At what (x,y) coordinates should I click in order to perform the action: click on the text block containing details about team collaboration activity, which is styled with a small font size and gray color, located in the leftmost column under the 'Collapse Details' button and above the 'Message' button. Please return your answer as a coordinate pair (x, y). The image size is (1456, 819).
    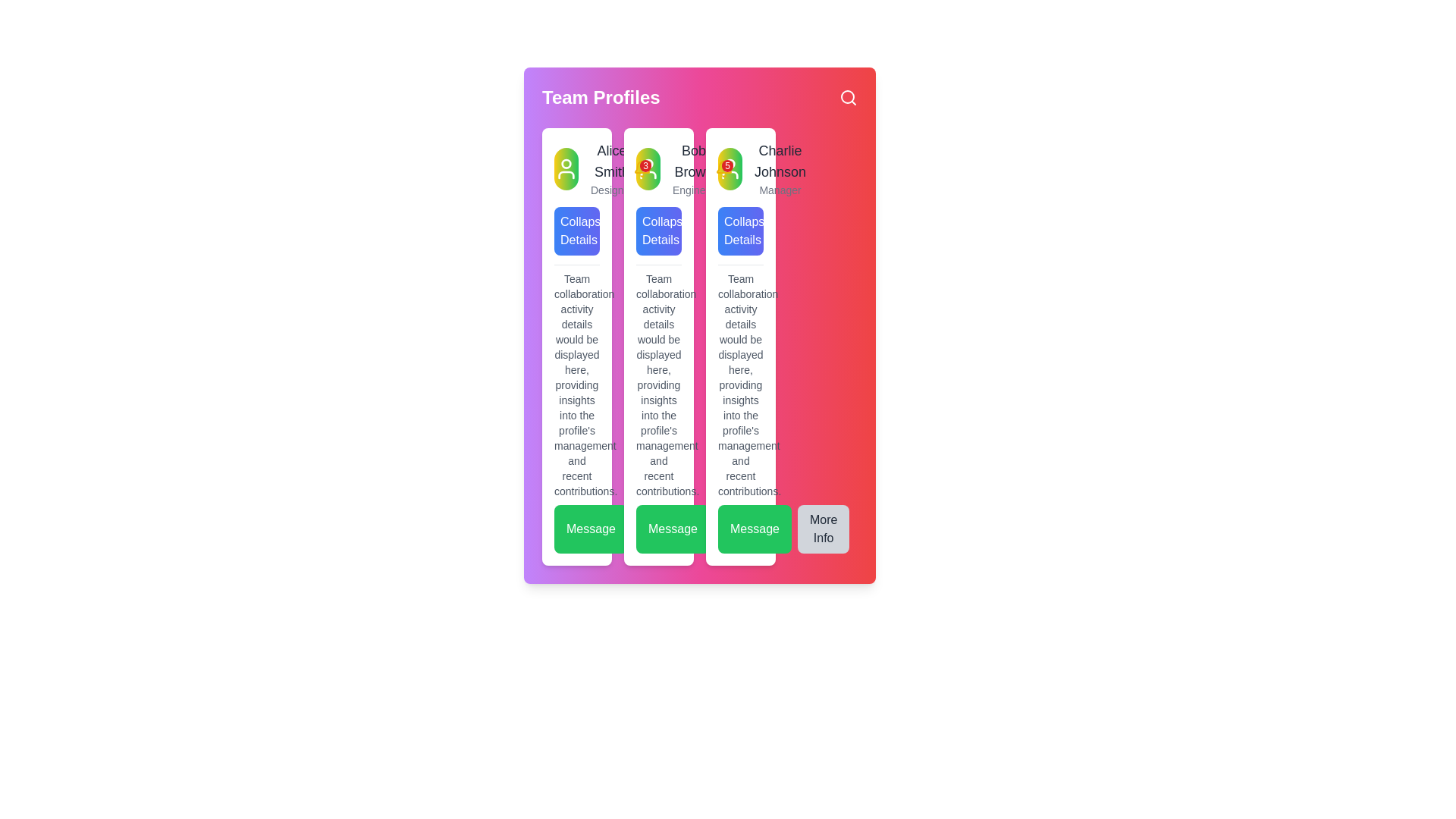
    Looking at the image, I should click on (576, 384).